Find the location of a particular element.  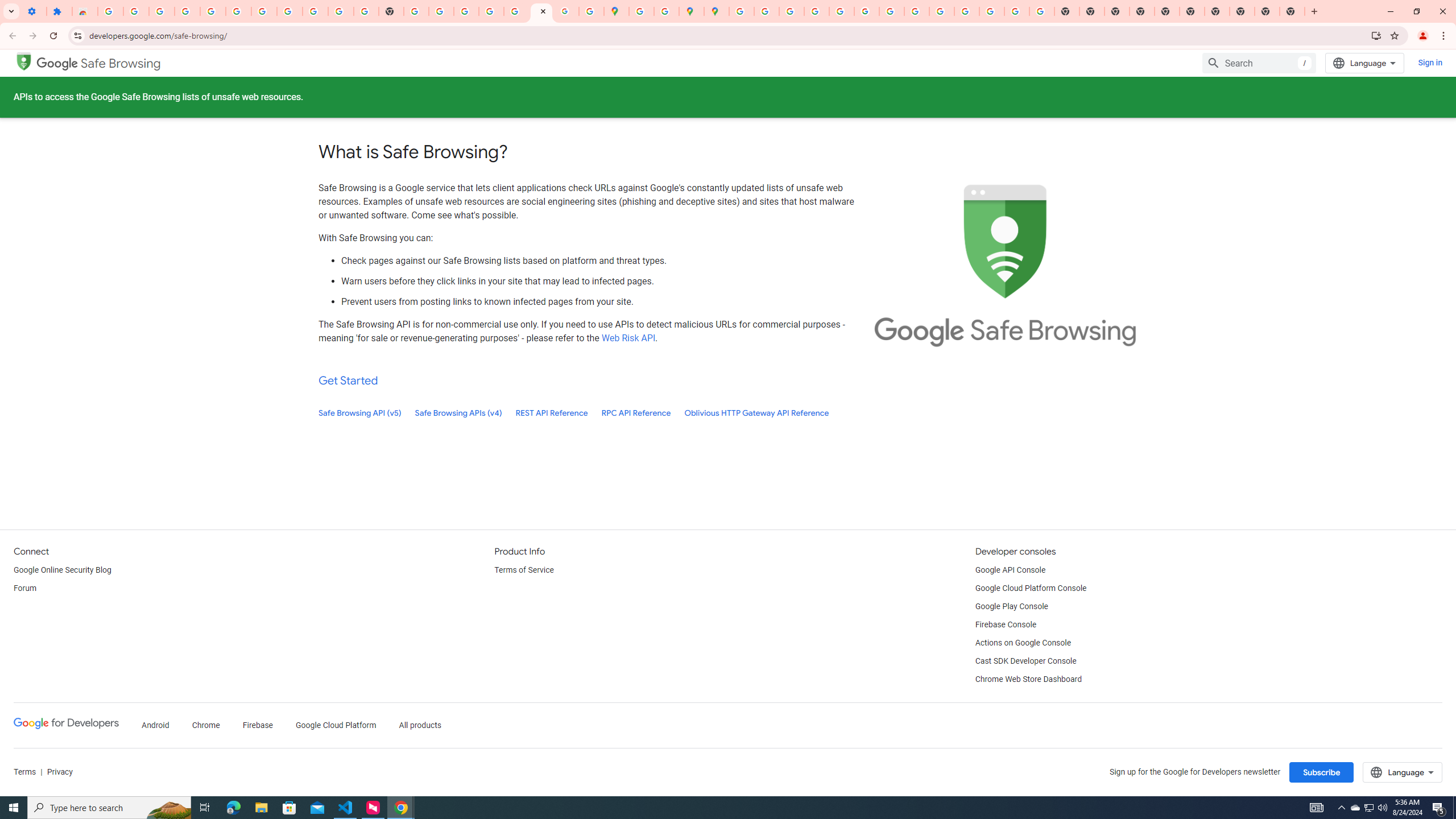

'Google Safe Browsing' is located at coordinates (23, 61).